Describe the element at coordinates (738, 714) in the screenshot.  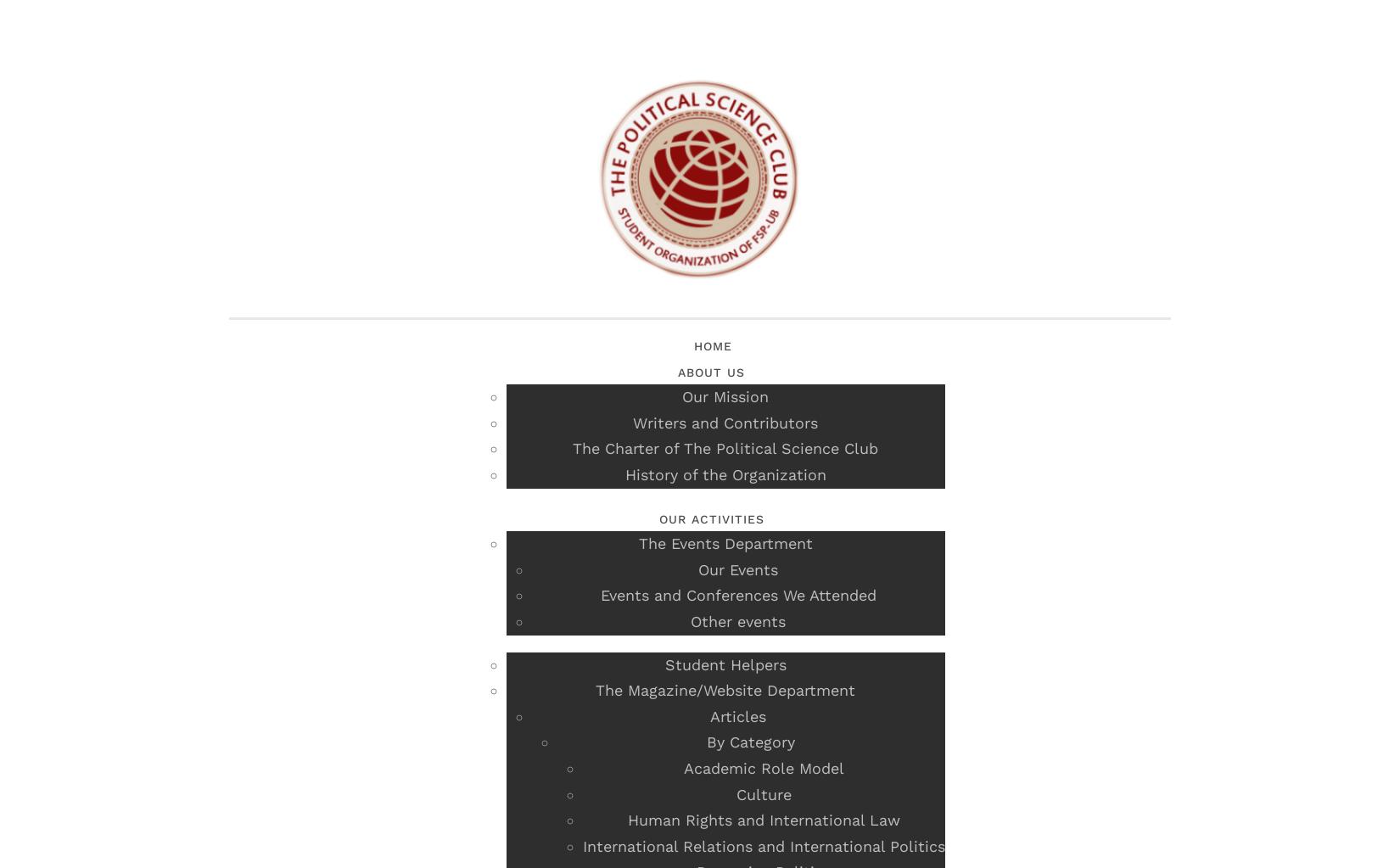
I see `'Articles'` at that location.